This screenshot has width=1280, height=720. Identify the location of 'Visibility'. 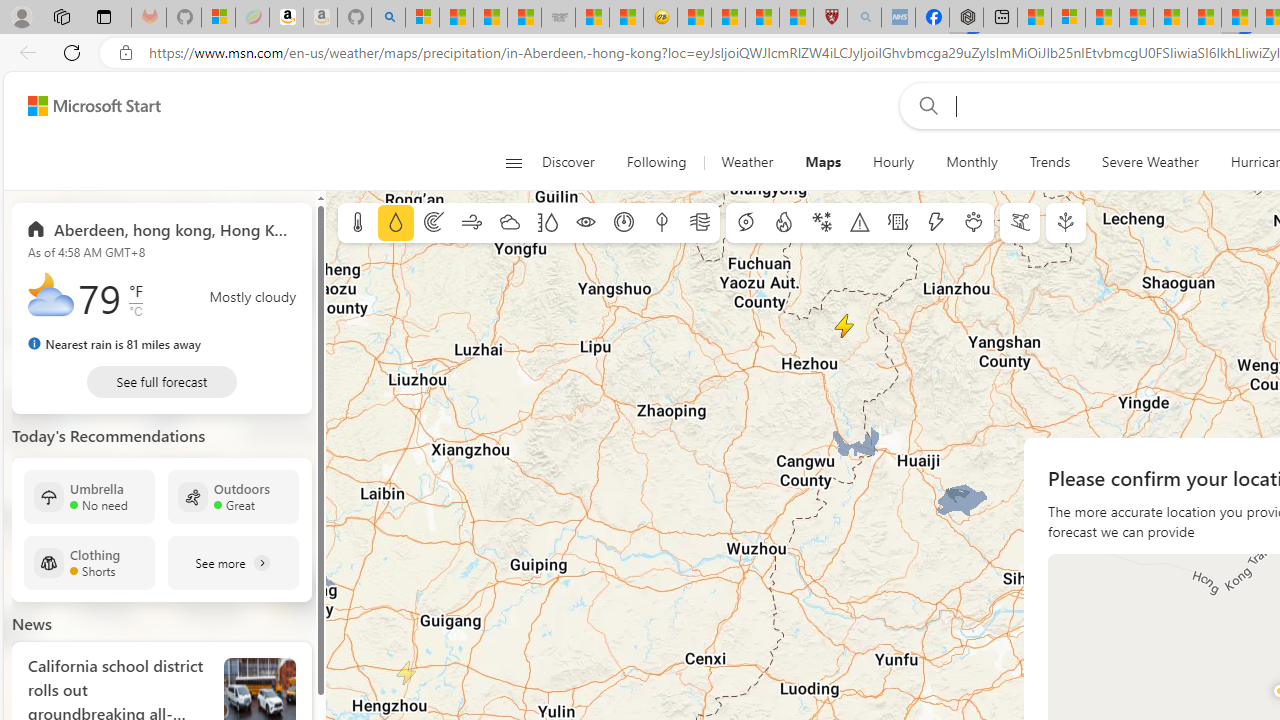
(585, 223).